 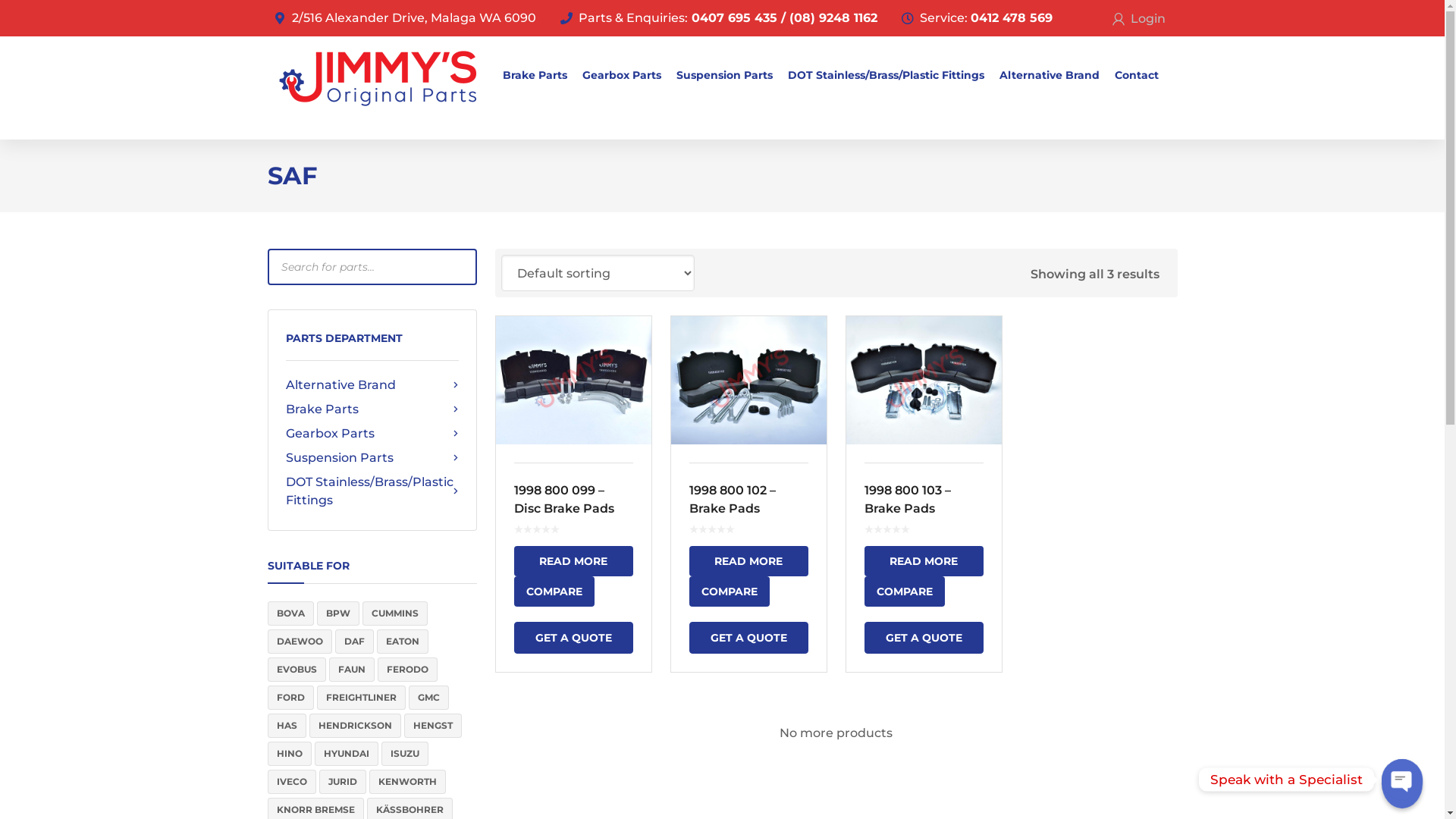 I want to click on 'HAS', so click(x=286, y=724).